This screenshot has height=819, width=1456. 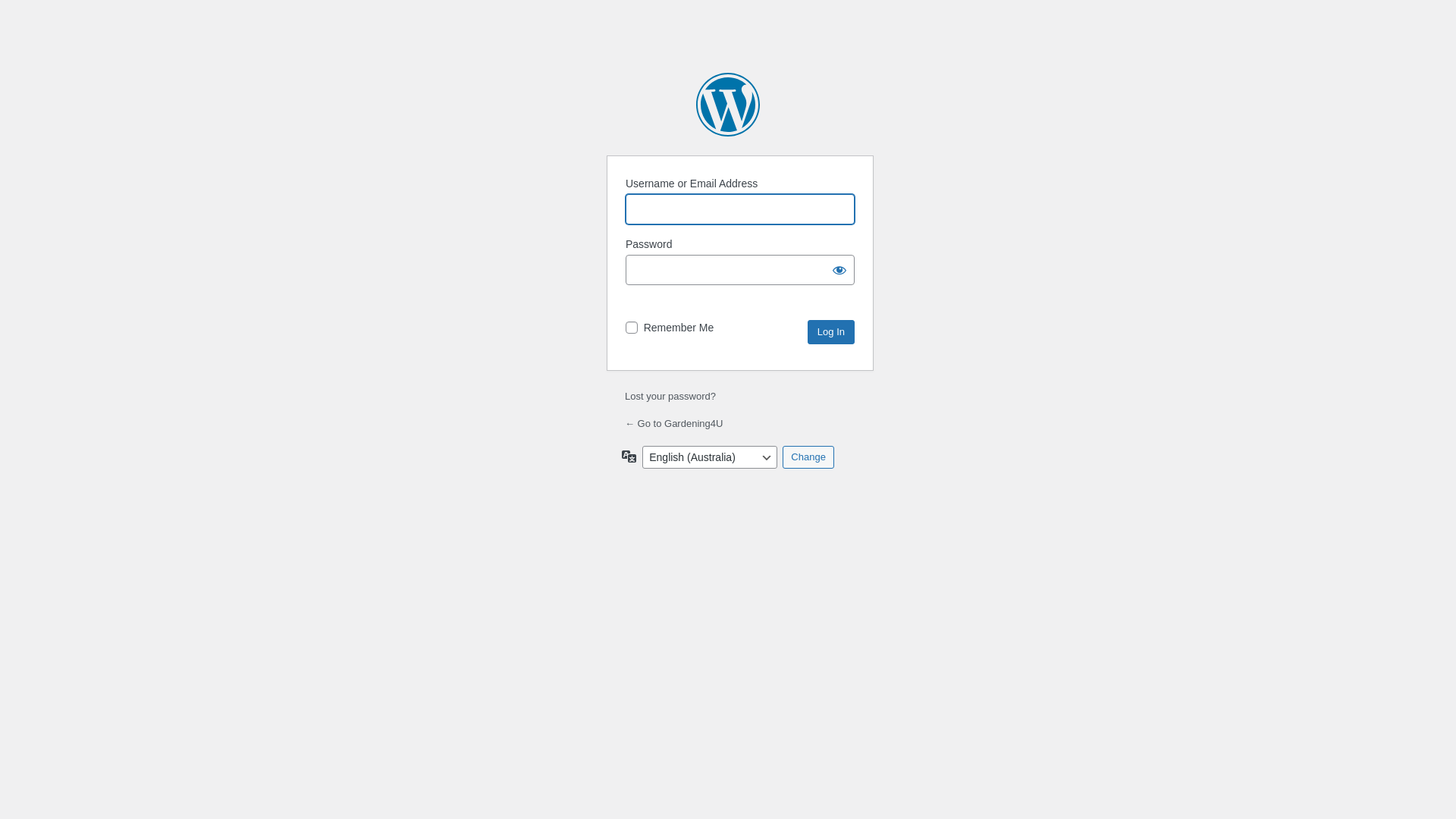 I want to click on 'Powered by WordPress', so click(x=728, y=104).